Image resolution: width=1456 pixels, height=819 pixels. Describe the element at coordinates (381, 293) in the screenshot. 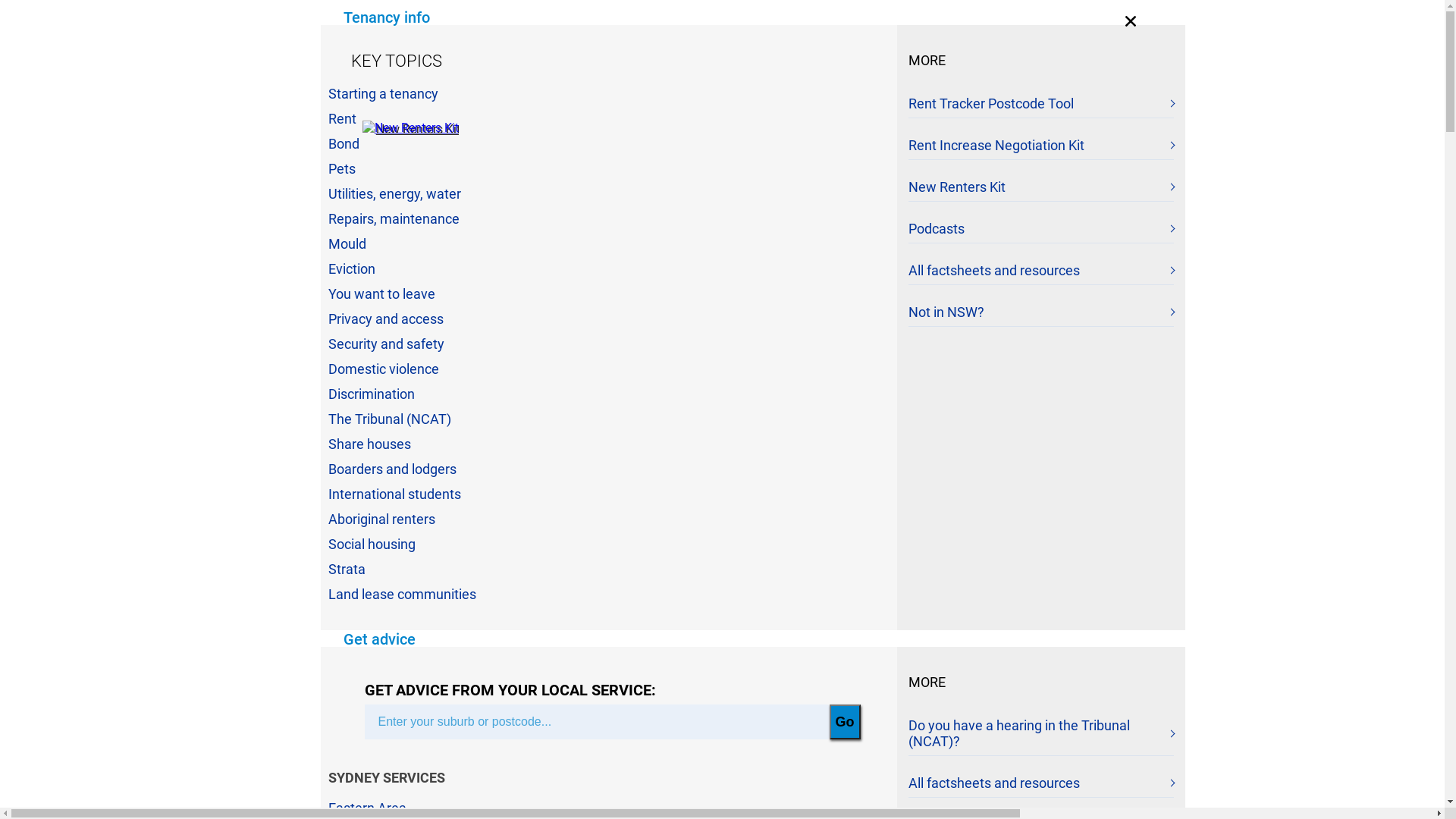

I see `'You want to leave'` at that location.